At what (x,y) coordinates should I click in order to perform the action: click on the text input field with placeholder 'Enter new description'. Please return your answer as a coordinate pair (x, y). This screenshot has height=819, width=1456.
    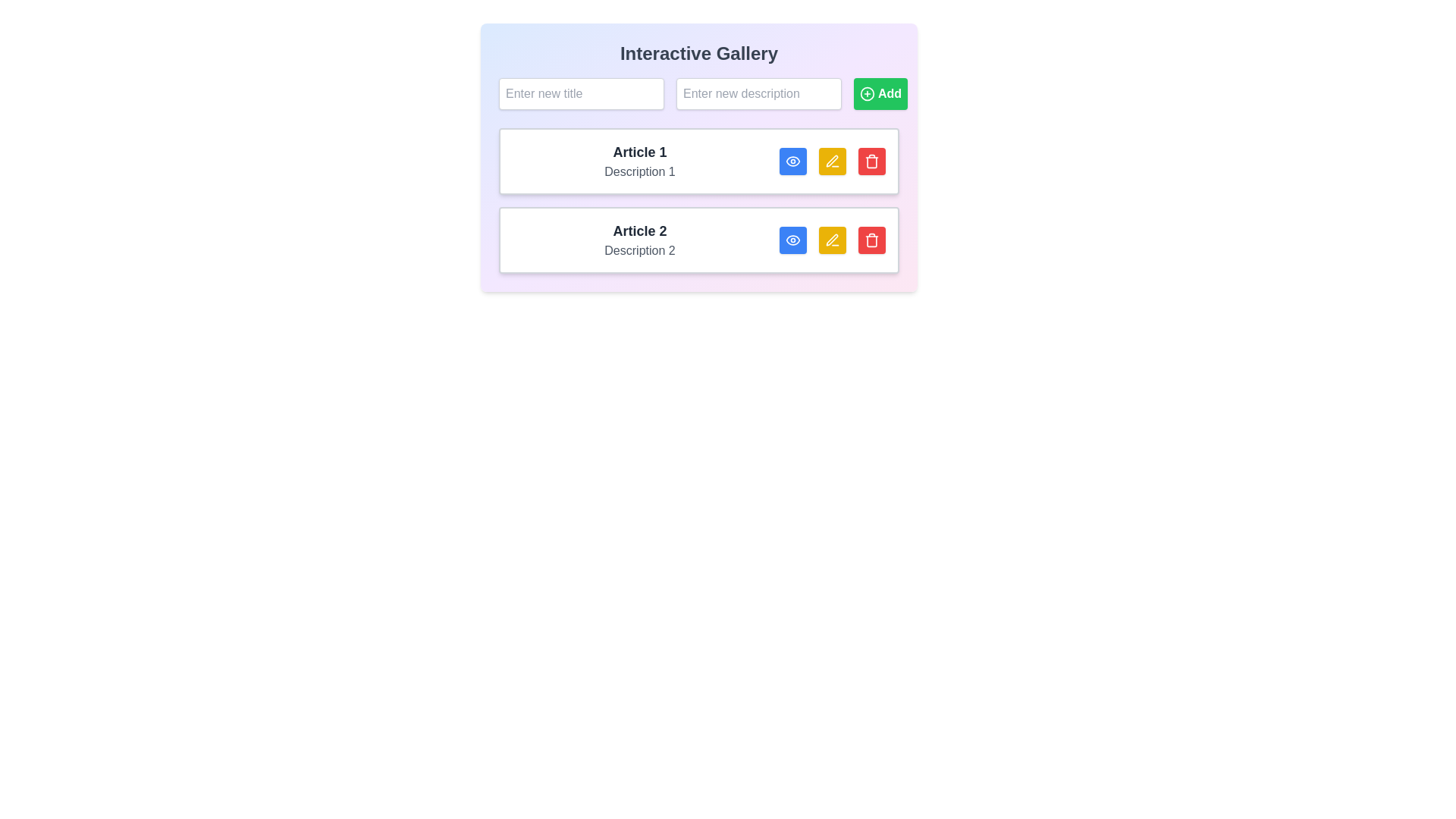
    Looking at the image, I should click on (759, 93).